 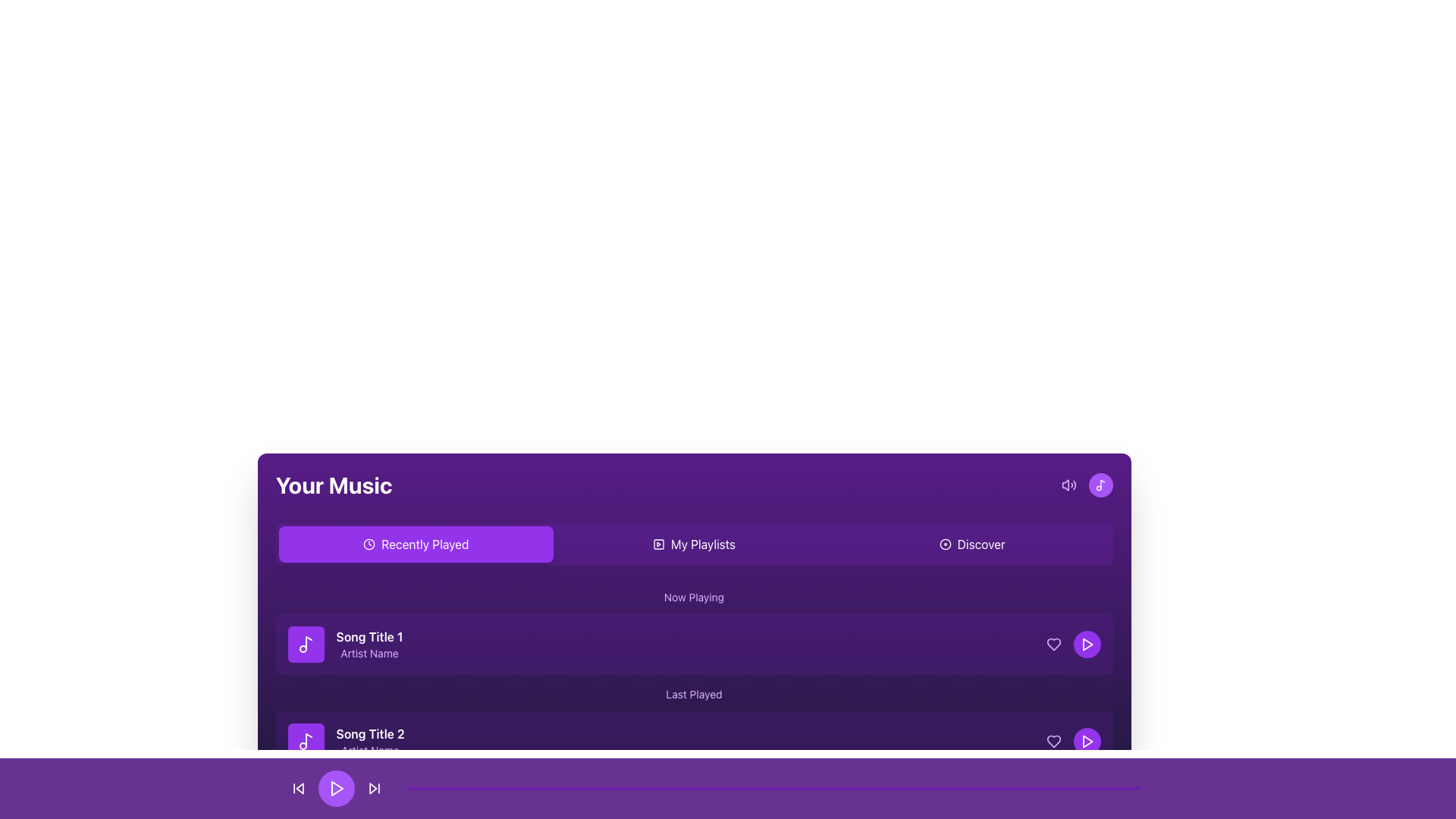 What do you see at coordinates (425, 543) in the screenshot?
I see `the 'Recently Played' text label, which is displayed in white on a purple rounded rectangle` at bounding box center [425, 543].